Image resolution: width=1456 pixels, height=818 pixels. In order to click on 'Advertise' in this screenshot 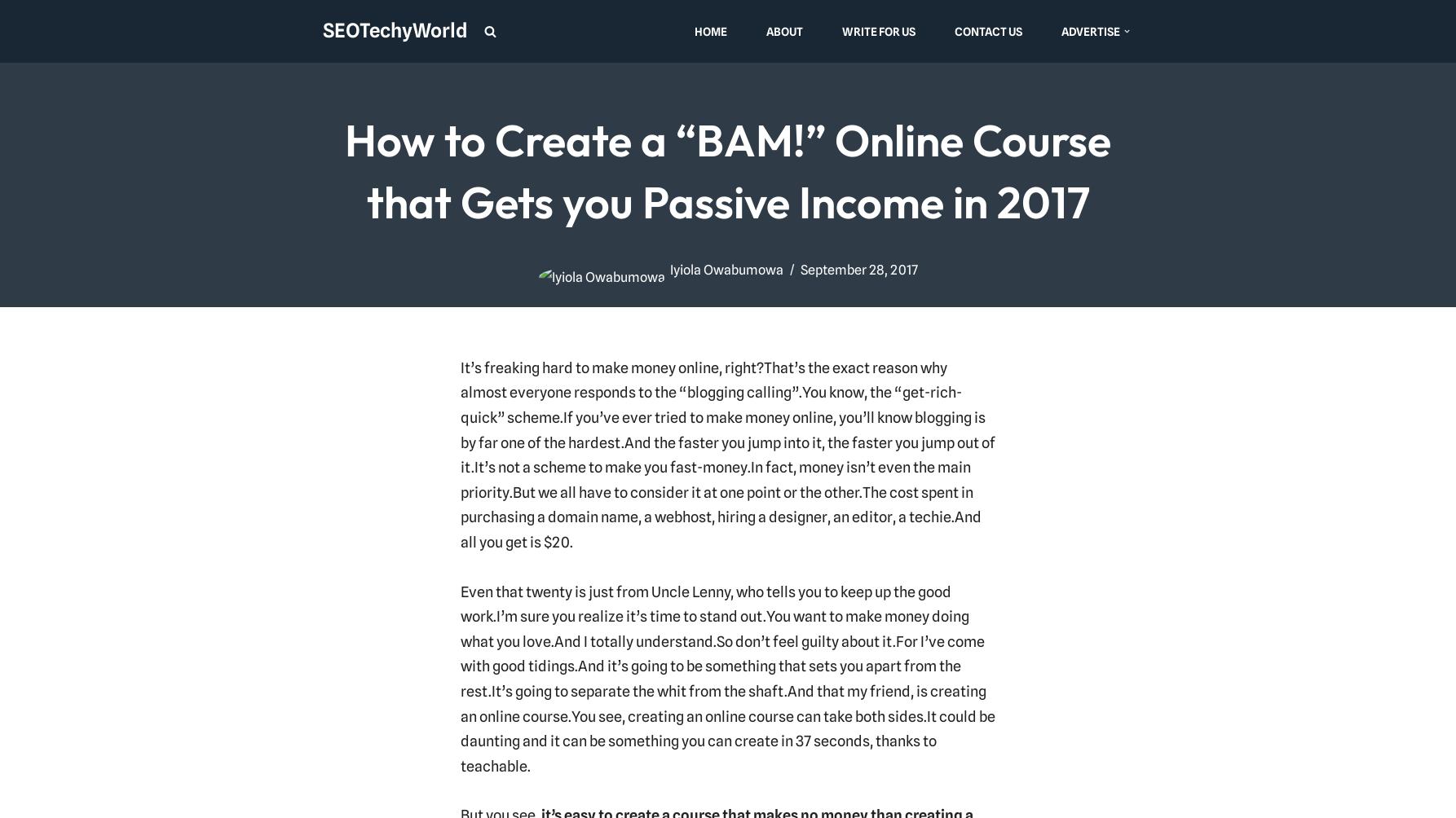, I will do `click(1061, 30)`.